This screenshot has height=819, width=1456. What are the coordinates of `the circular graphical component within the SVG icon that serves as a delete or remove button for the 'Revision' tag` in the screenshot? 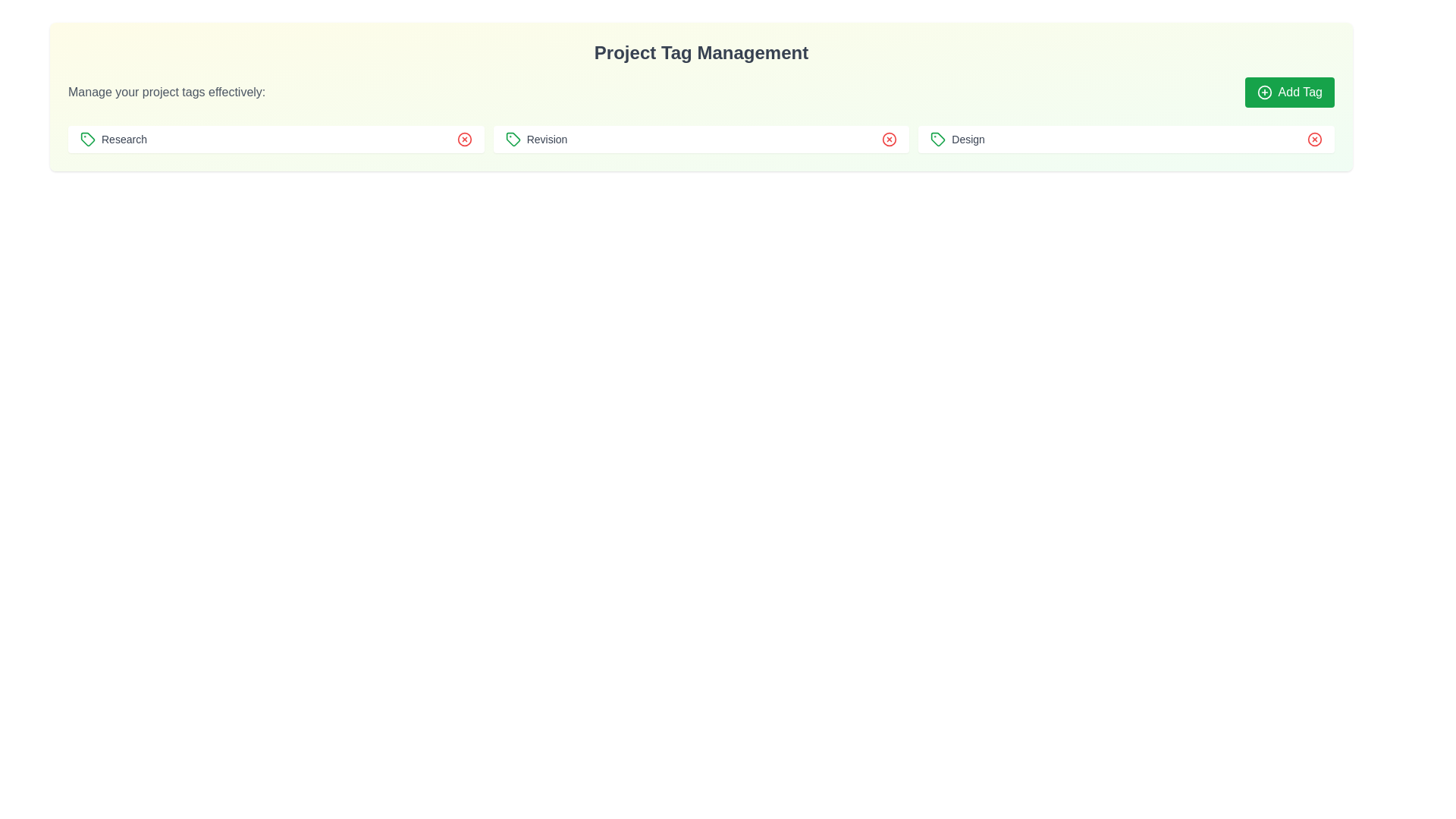 It's located at (890, 140).